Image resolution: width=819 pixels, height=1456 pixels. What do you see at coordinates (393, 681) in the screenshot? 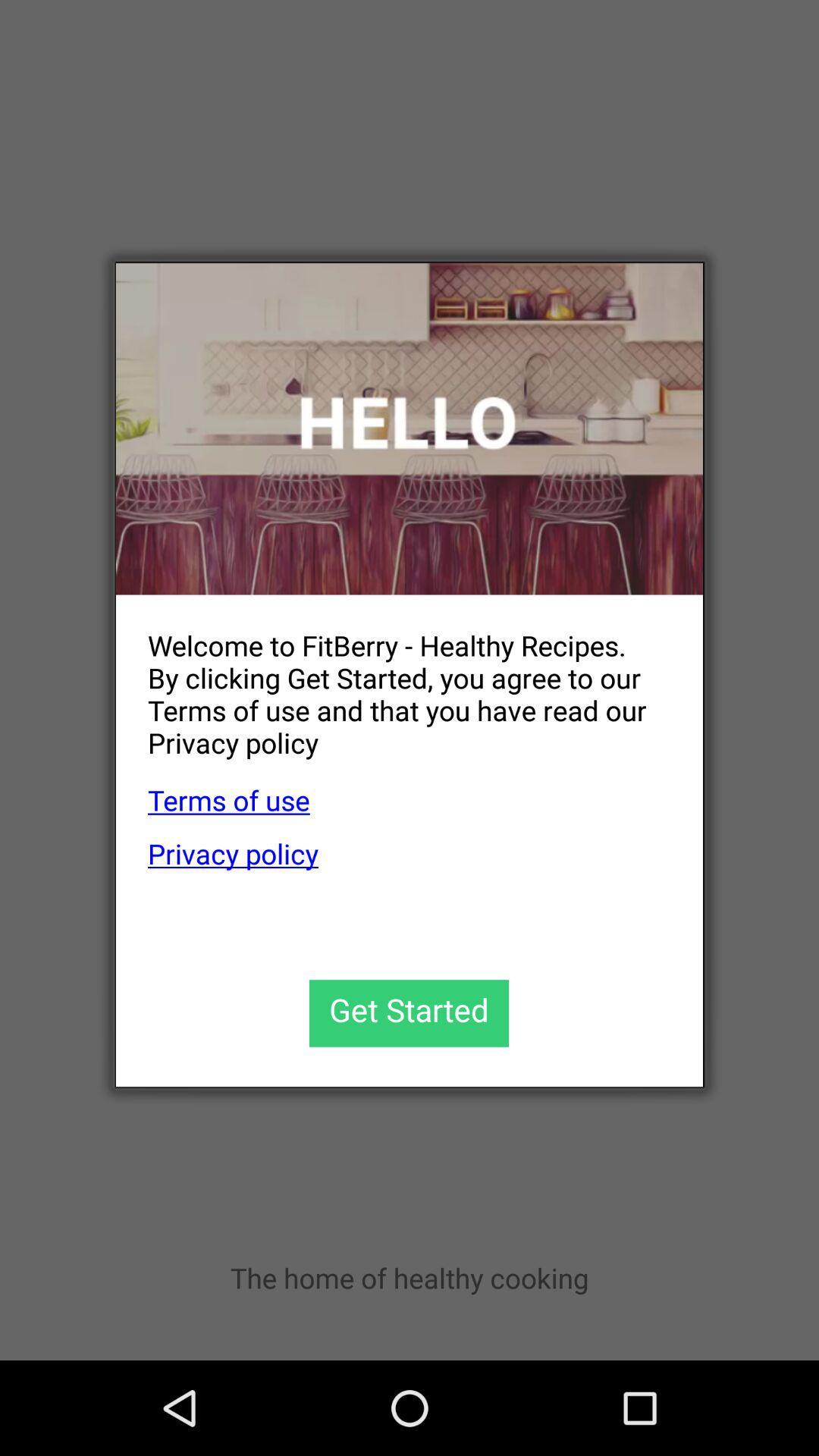
I see `the item above the terms of use icon` at bounding box center [393, 681].